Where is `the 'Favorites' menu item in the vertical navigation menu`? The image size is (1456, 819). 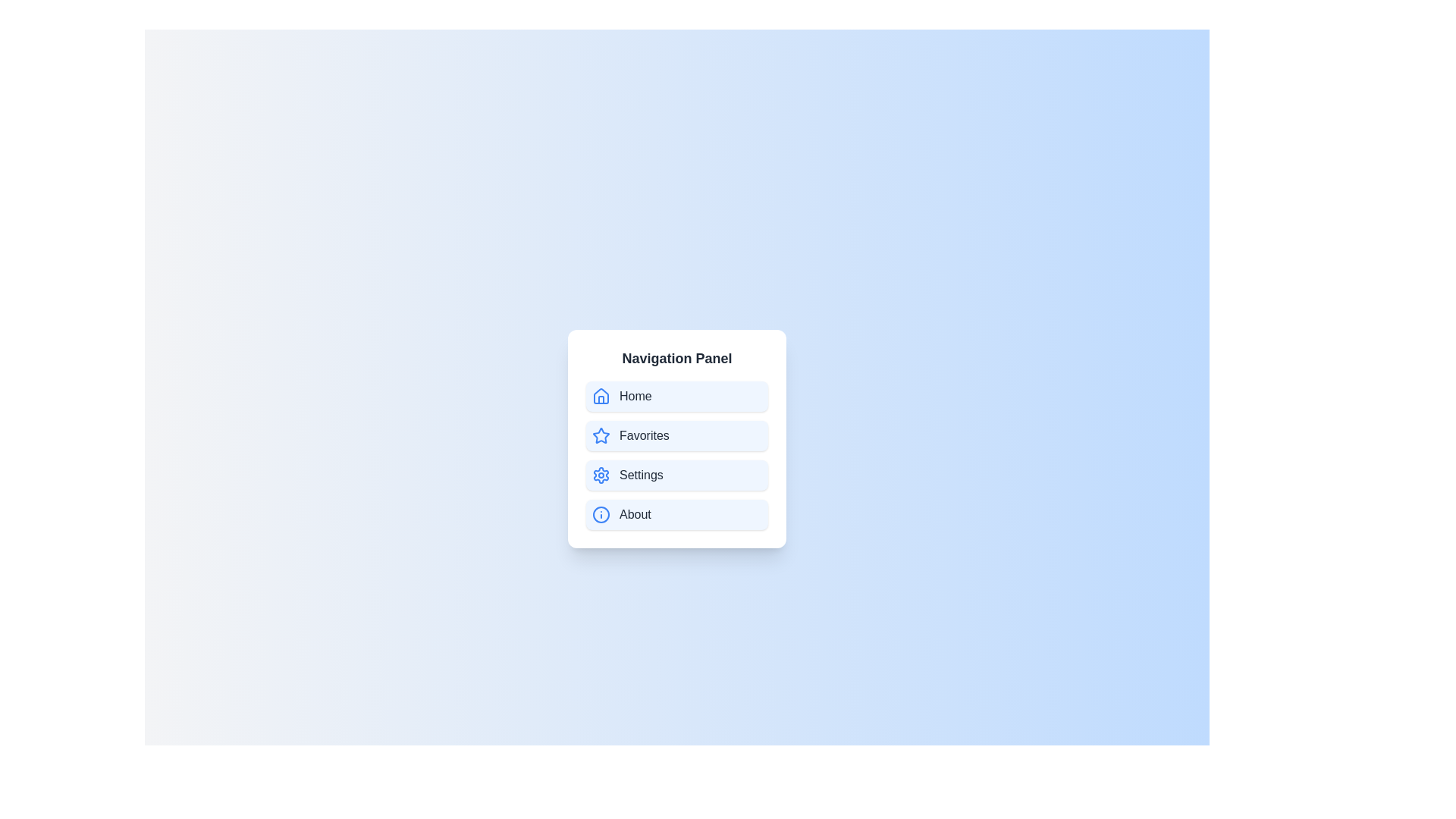 the 'Favorites' menu item in the vertical navigation menu is located at coordinates (676, 455).